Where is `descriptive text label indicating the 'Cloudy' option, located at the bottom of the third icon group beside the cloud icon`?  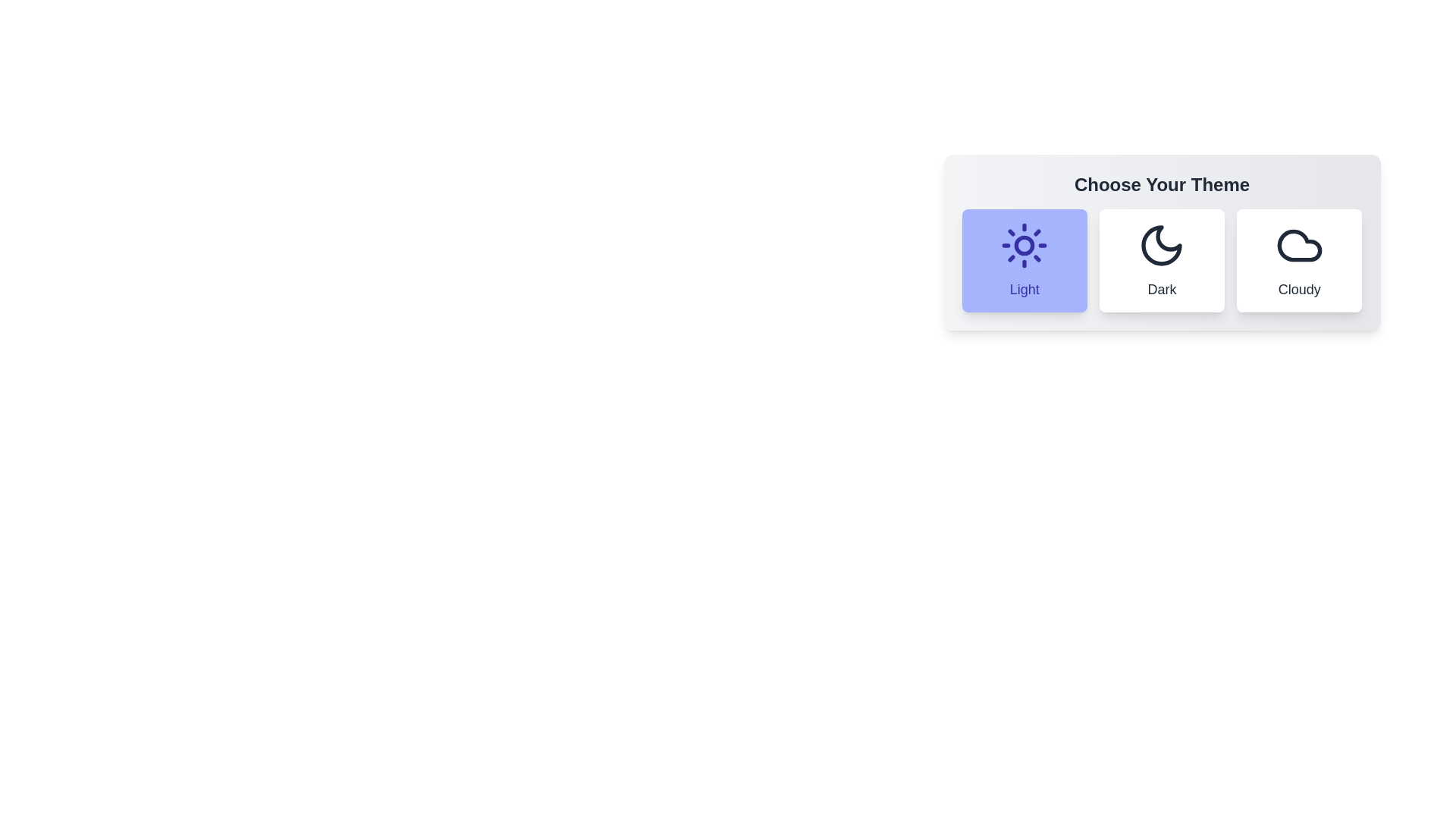 descriptive text label indicating the 'Cloudy' option, located at the bottom of the third icon group beside the cloud icon is located at coordinates (1298, 289).